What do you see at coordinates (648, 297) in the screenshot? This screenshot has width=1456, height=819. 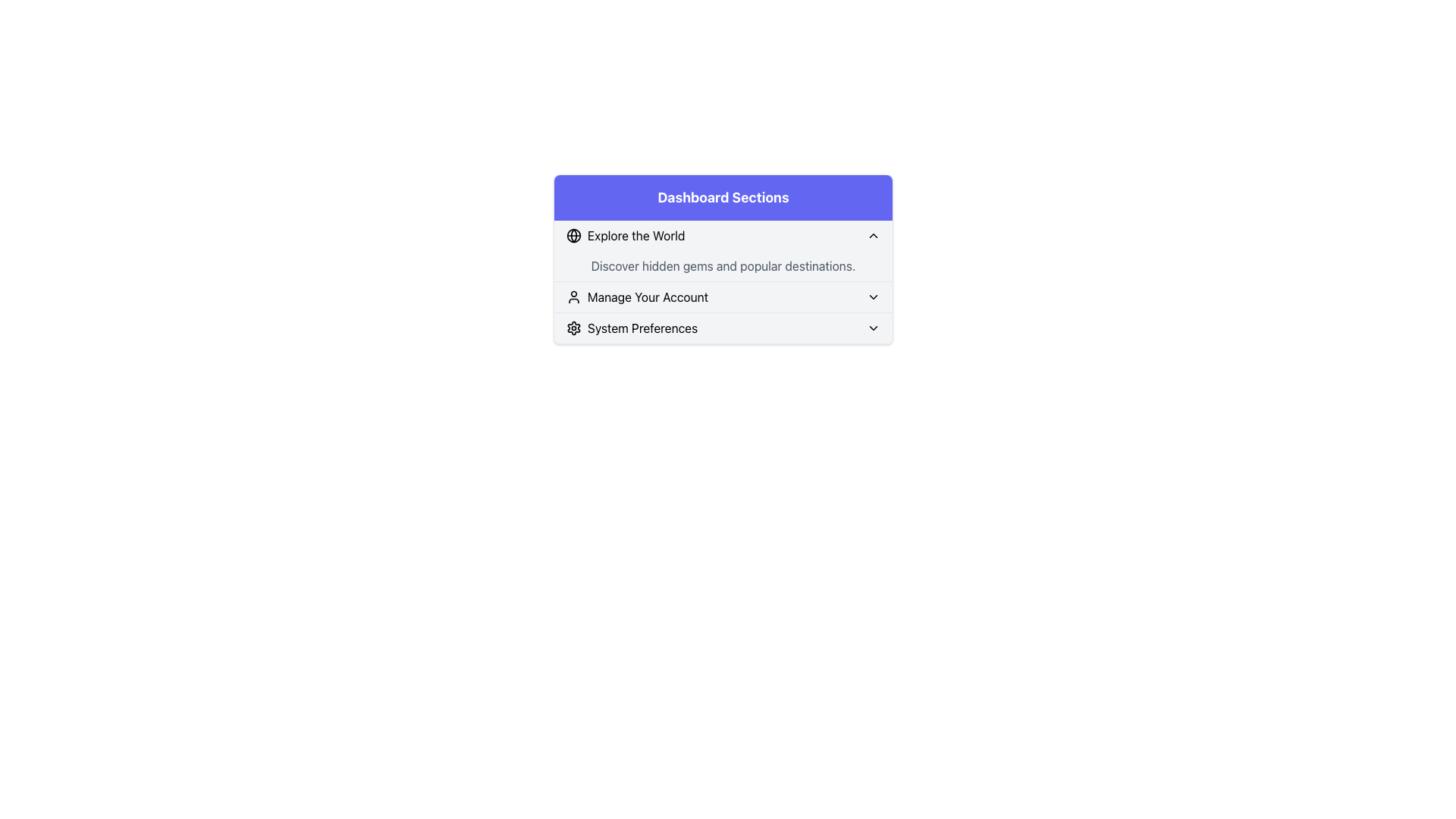 I see `the text label that serves as a title for account management settings, located between the 'Explore the World' and 'System Preferences' sections` at bounding box center [648, 297].